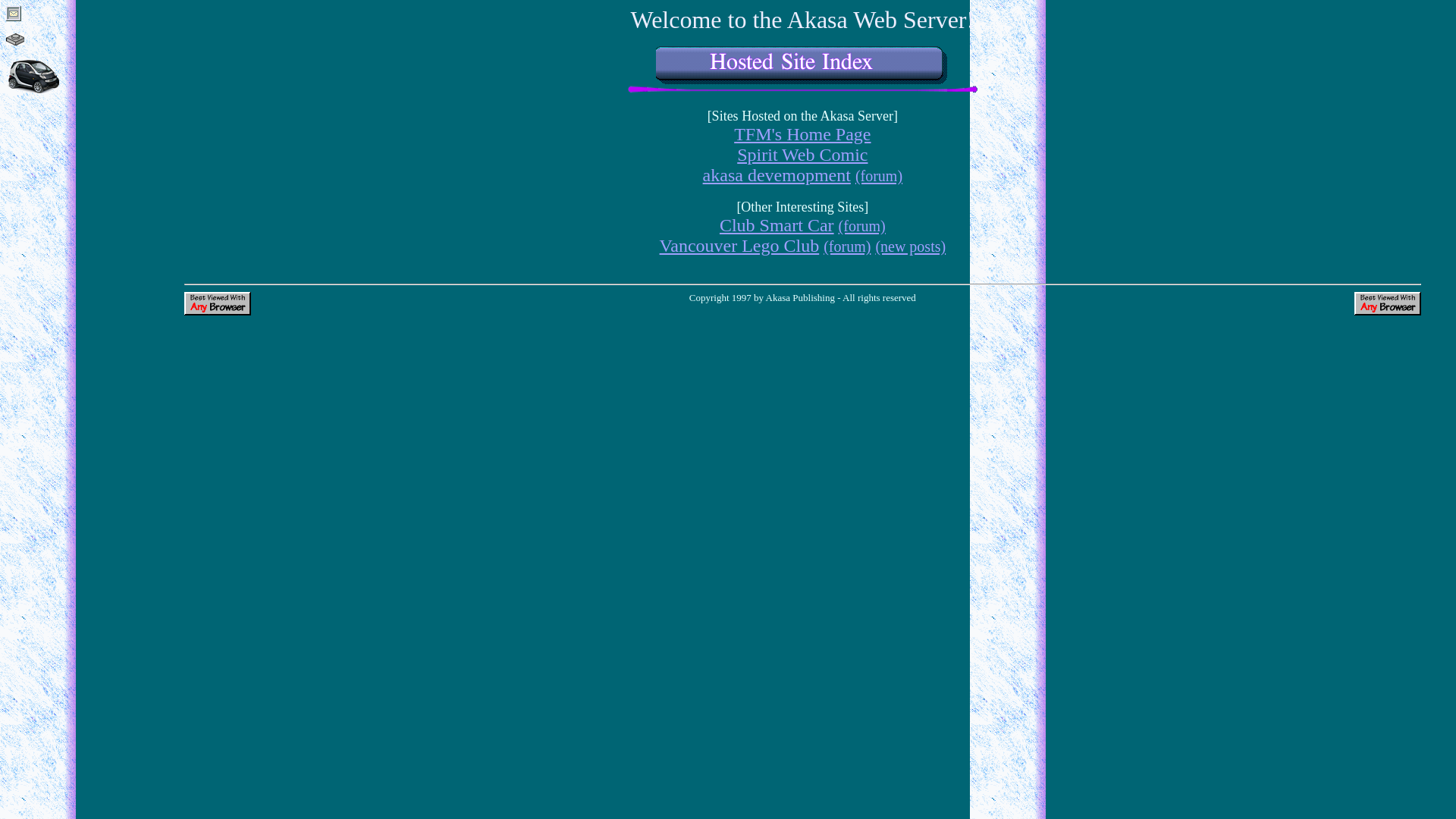  What do you see at coordinates (801, 133) in the screenshot?
I see `'TFM's Home Page'` at bounding box center [801, 133].